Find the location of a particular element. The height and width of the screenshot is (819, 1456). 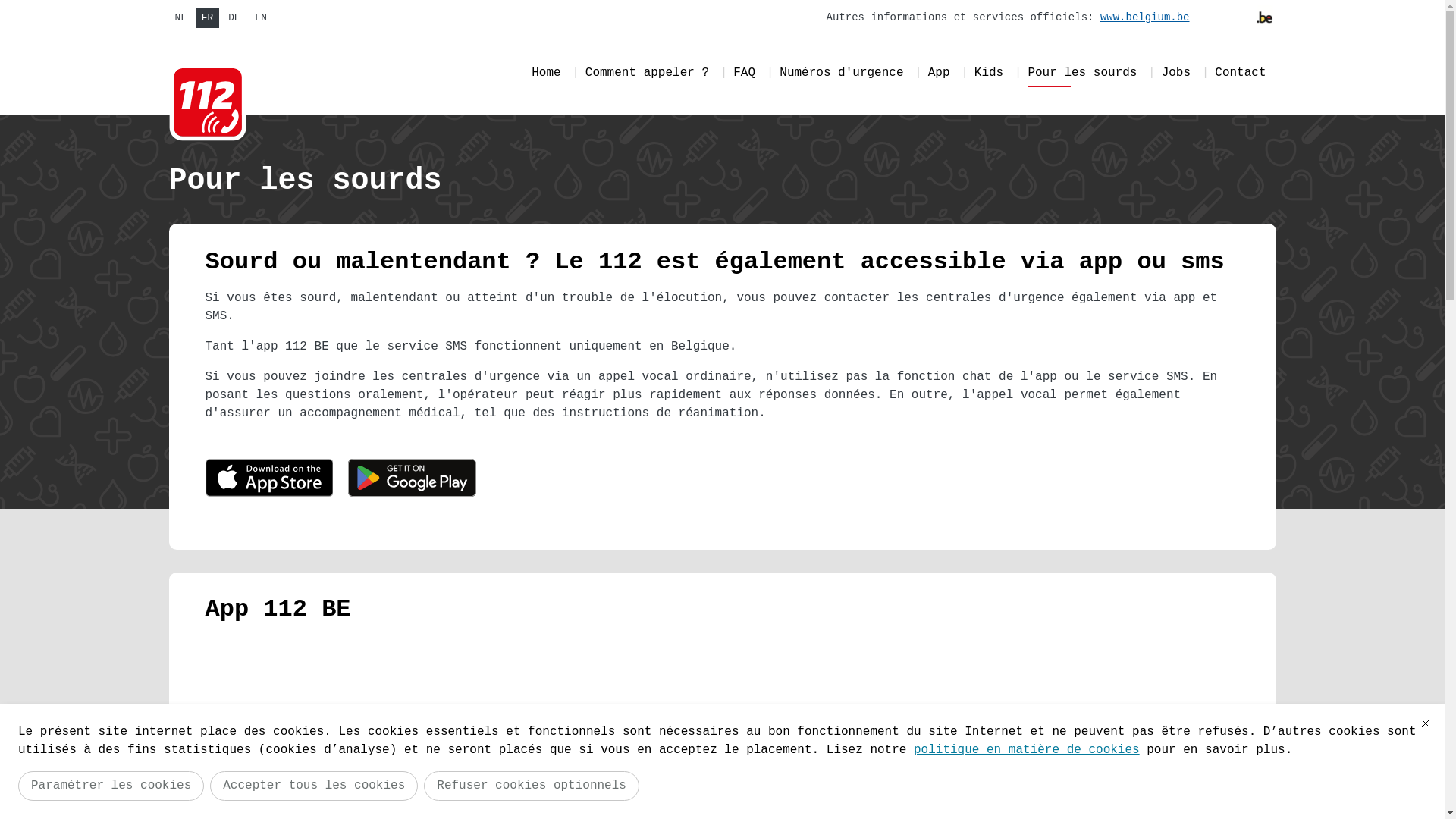

'Kids' is located at coordinates (989, 75).